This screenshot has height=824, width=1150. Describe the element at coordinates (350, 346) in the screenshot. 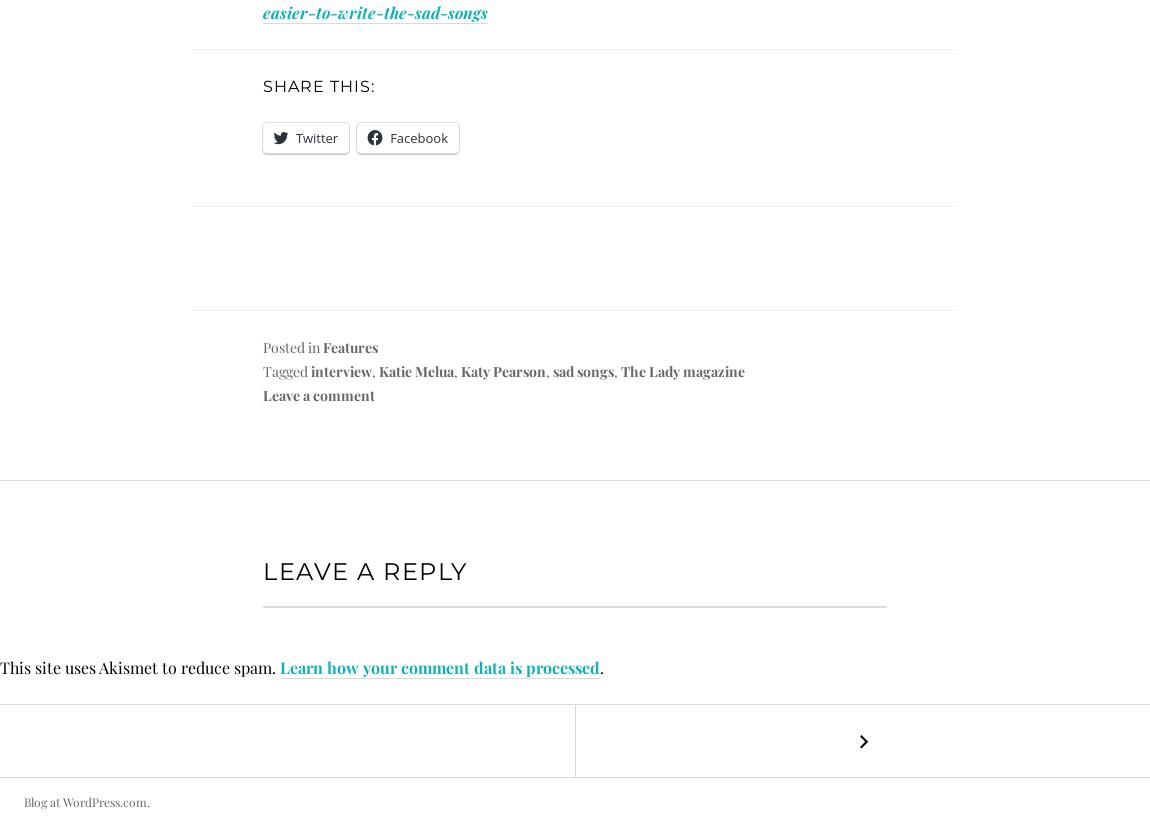

I see `'Features'` at that location.